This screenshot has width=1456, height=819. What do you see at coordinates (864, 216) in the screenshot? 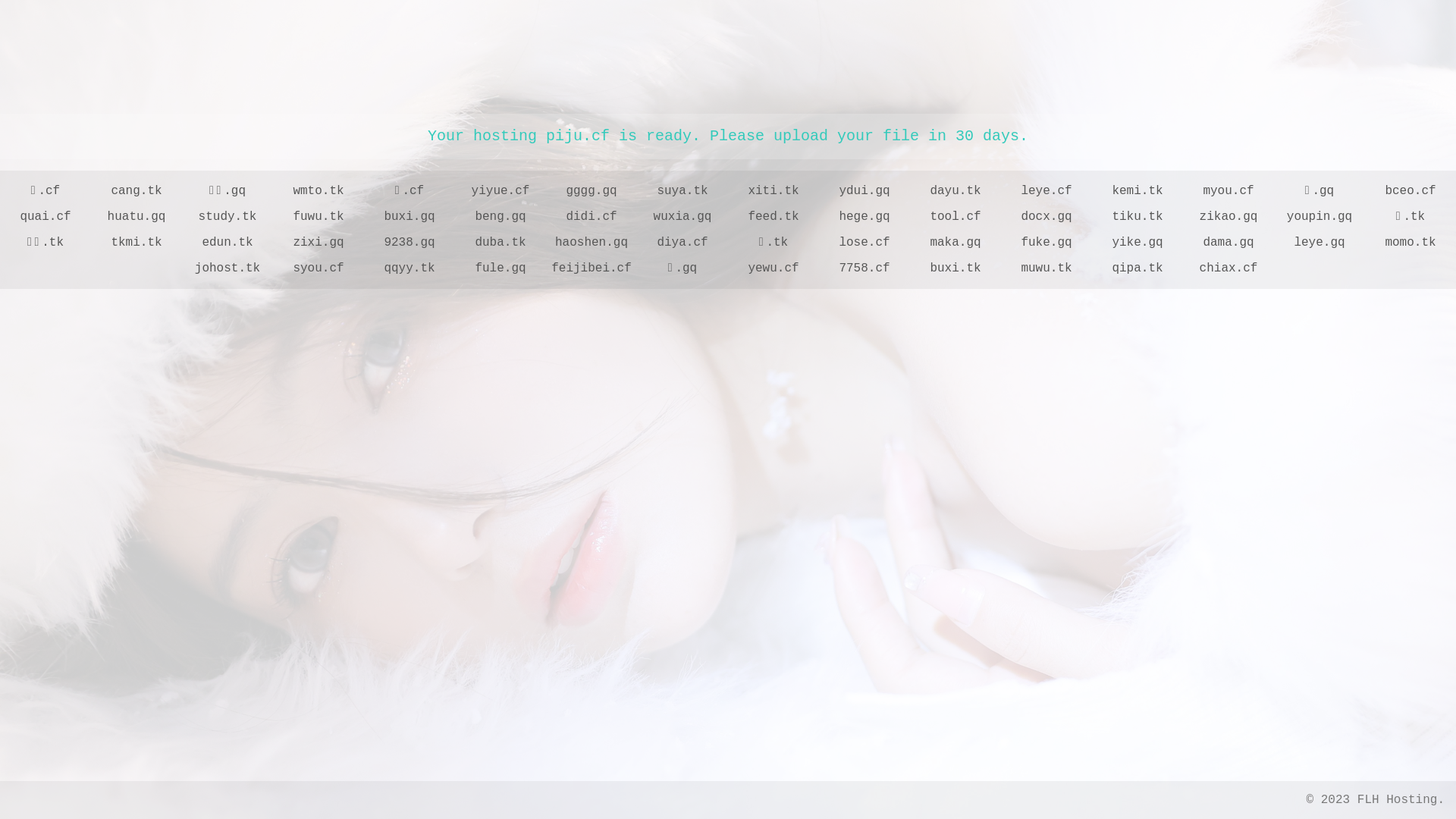
I see `'hege.gq'` at bounding box center [864, 216].